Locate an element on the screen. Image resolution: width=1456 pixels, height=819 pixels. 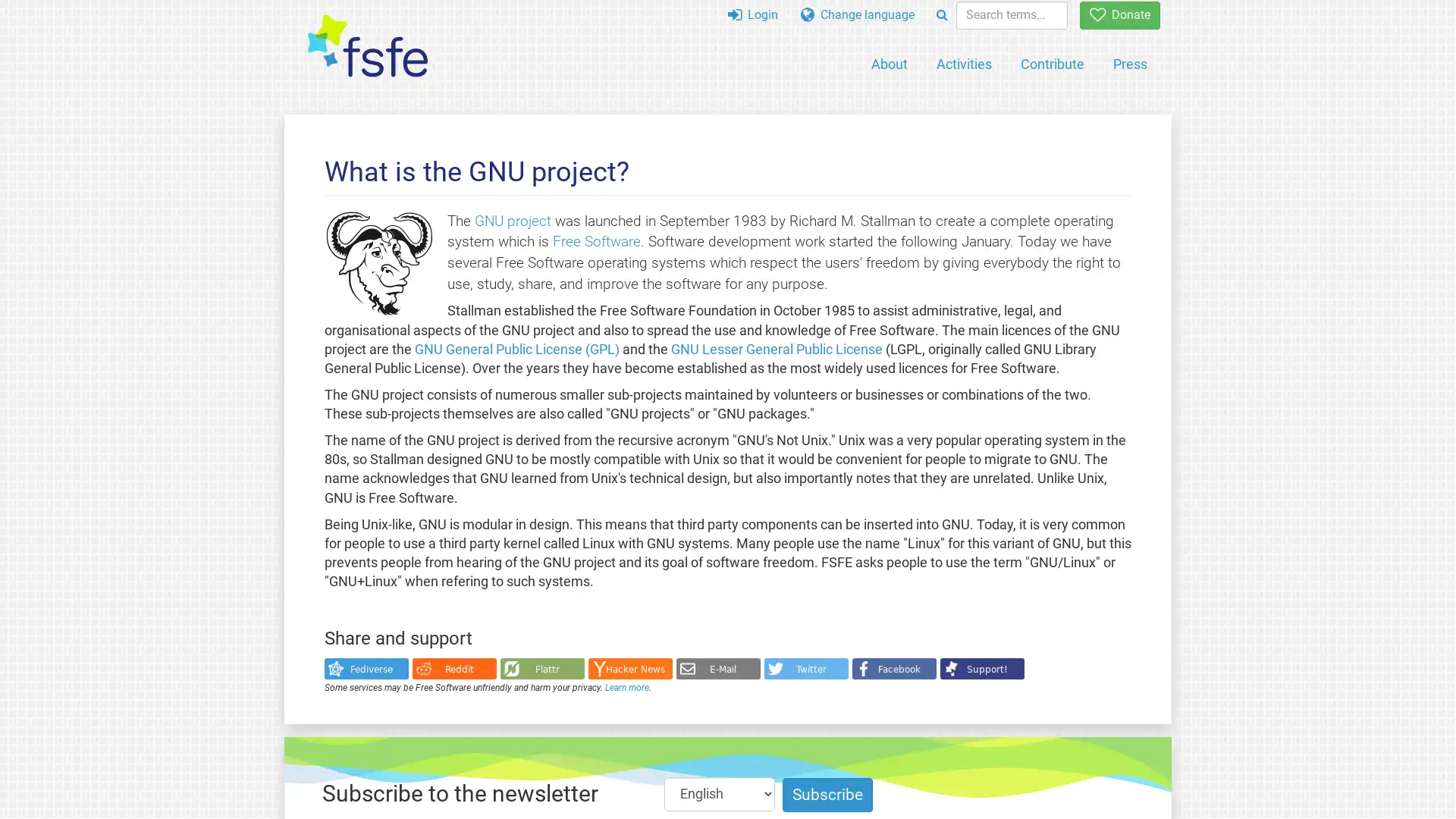
Reddit is located at coordinates (453, 668).